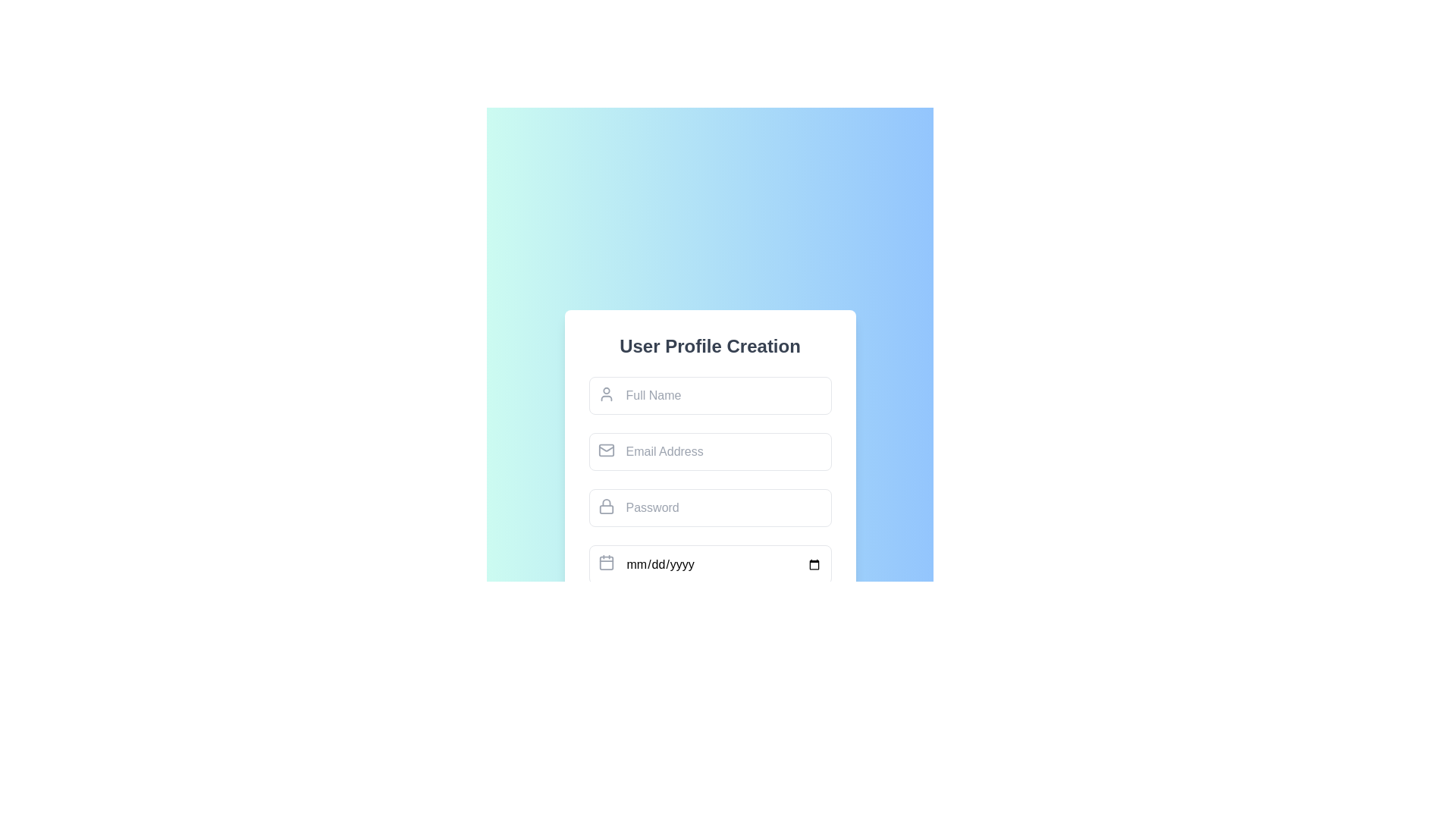 This screenshot has width=1456, height=819. Describe the element at coordinates (605, 510) in the screenshot. I see `the decorative SVG rectangle component of the lock icon associated with the password input field, located left of the password input field` at that location.